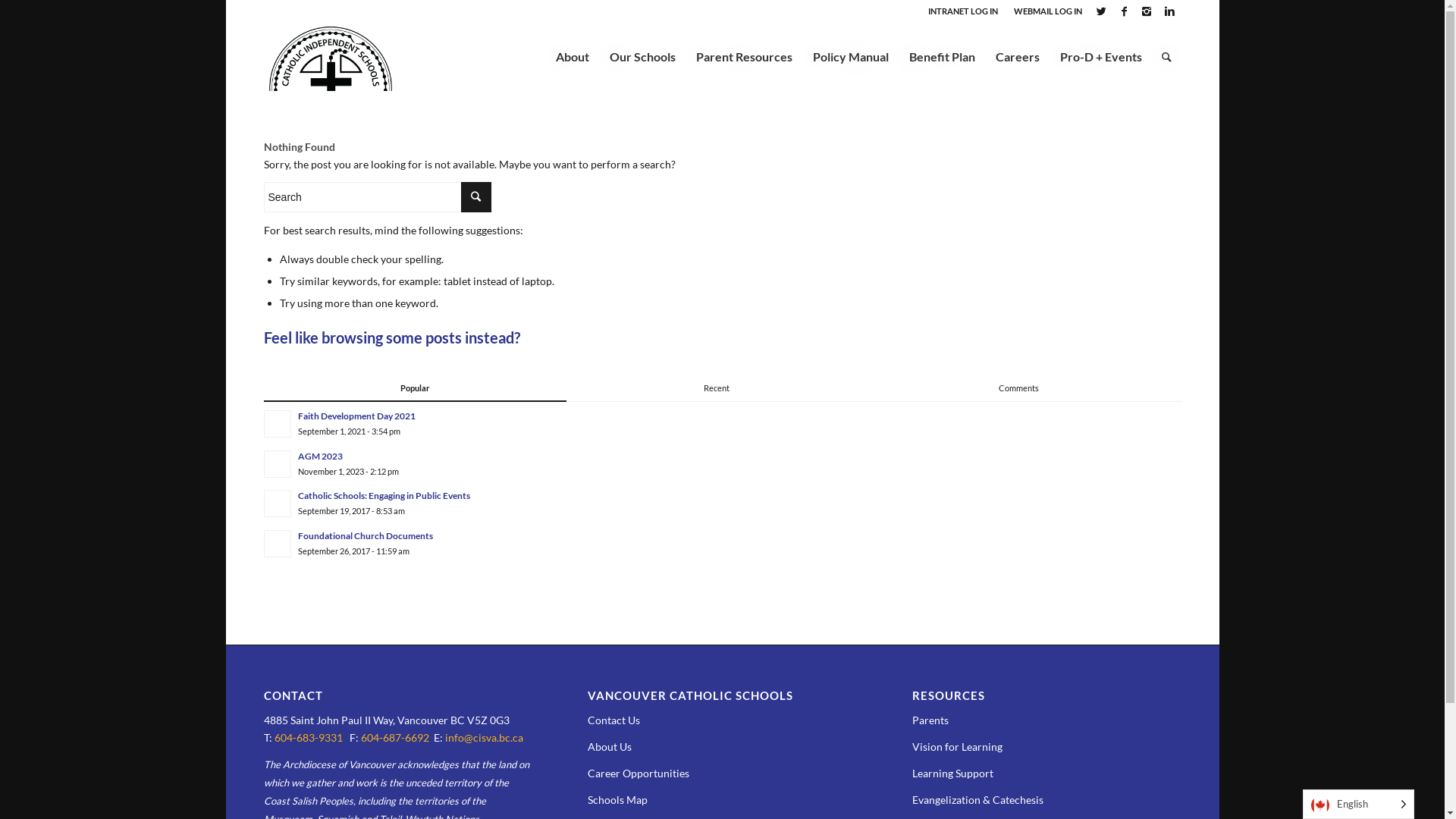  I want to click on 'Vision for Learning', so click(956, 745).